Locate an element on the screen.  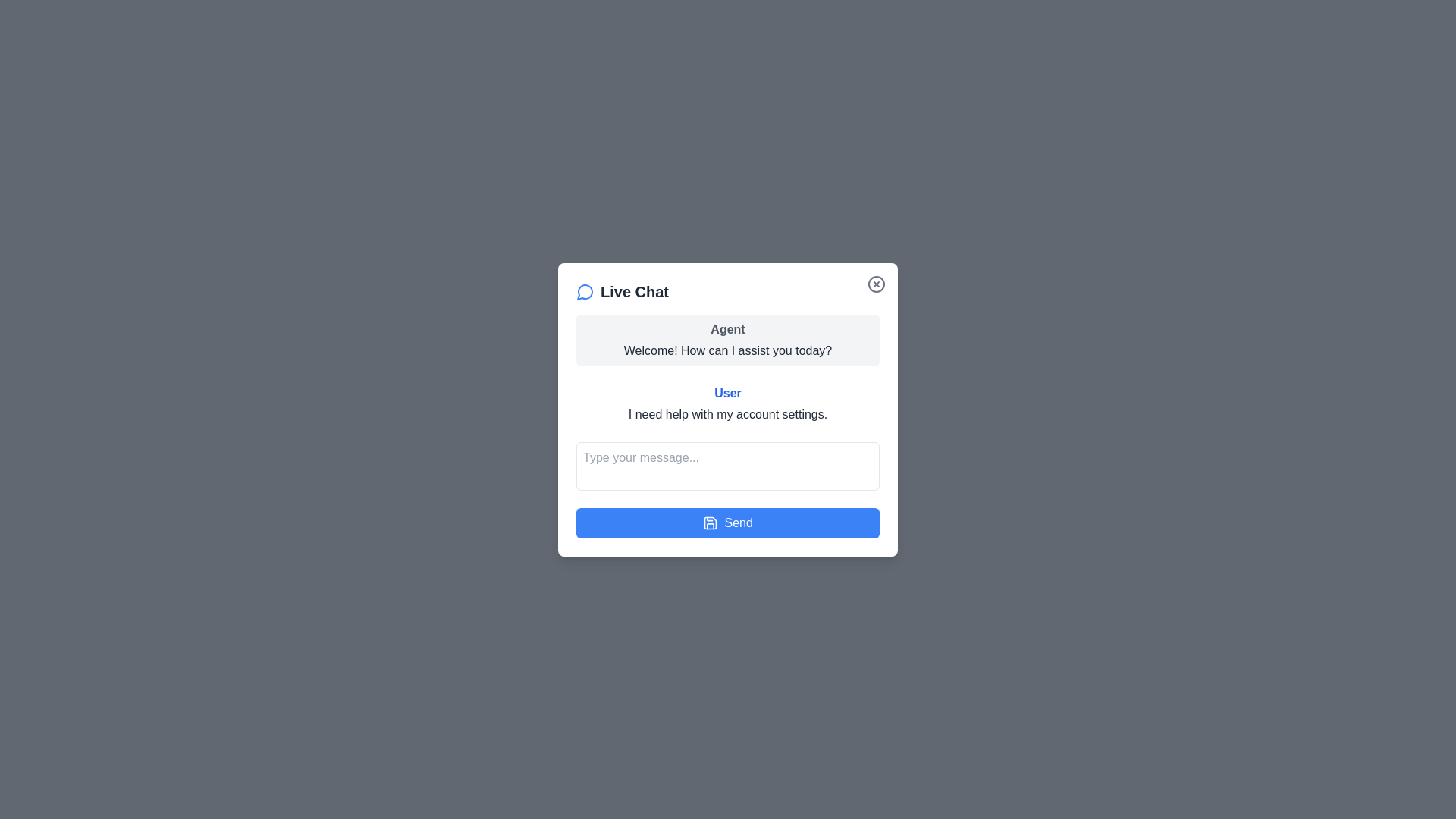
the input field and type a message is located at coordinates (728, 465).